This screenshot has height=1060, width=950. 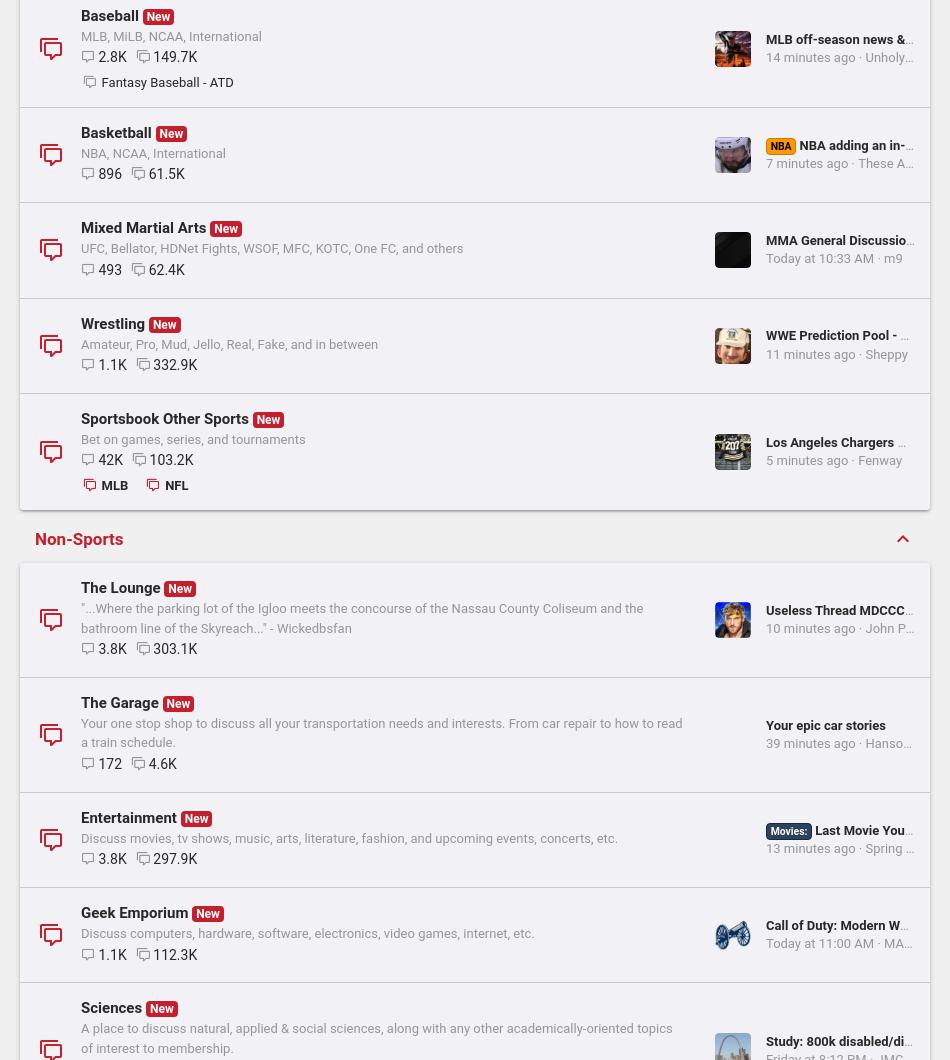 What do you see at coordinates (174, 975) in the screenshot?
I see `'396.1K'` at bounding box center [174, 975].